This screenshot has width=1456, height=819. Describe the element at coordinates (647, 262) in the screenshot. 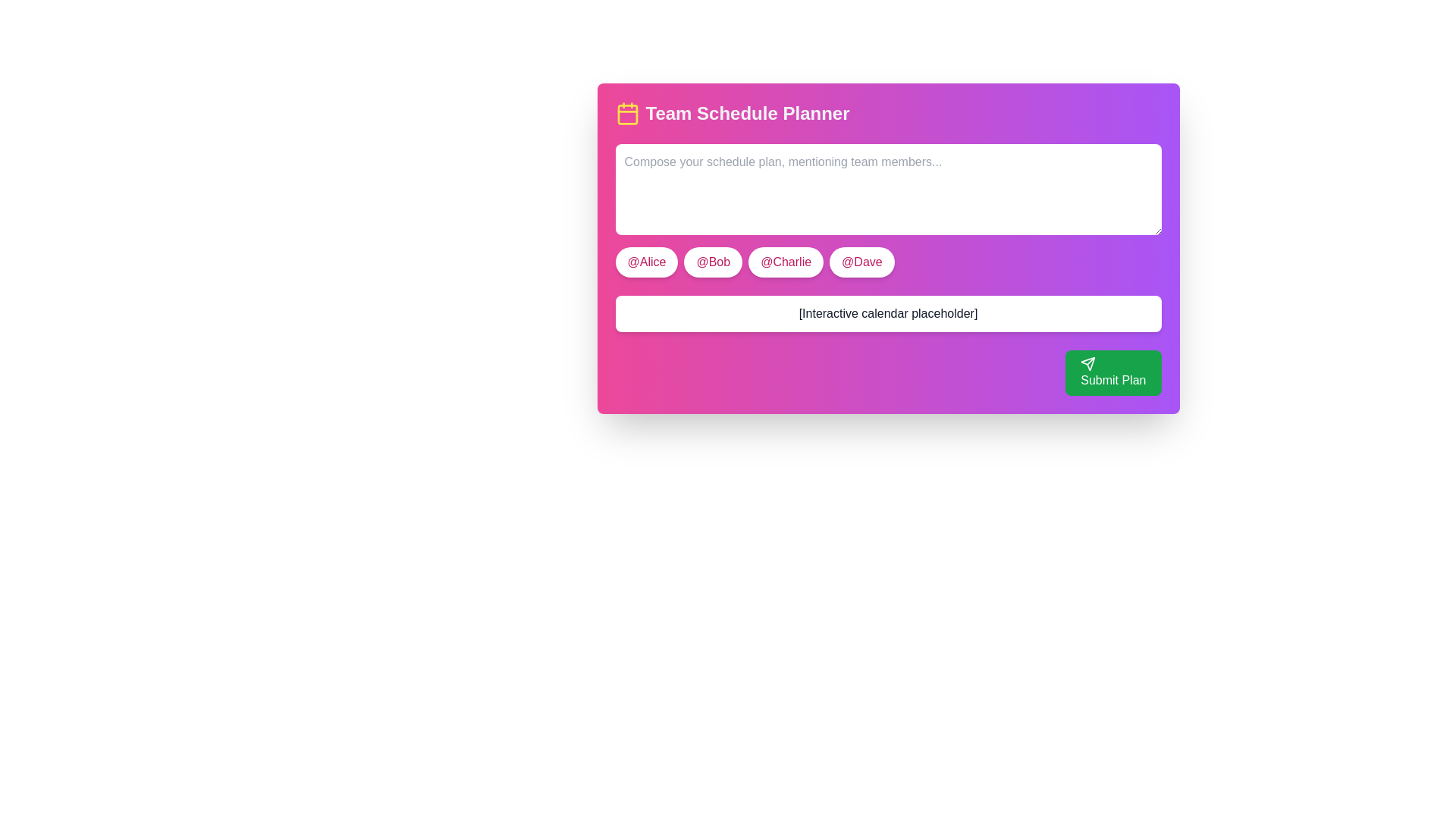

I see `the first button labeled '@Alice' in the horizontal row of user mention buttons` at that location.